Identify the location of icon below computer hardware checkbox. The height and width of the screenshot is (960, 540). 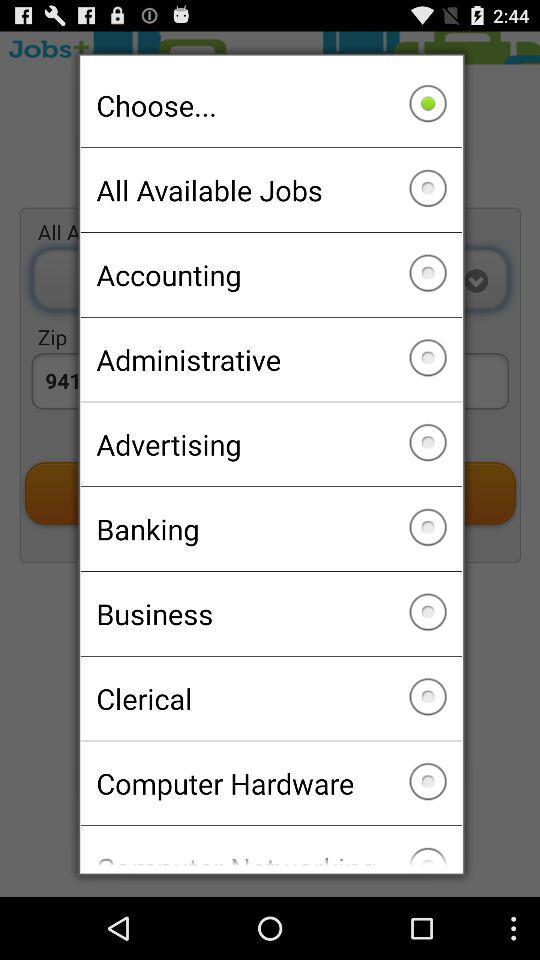
(270, 845).